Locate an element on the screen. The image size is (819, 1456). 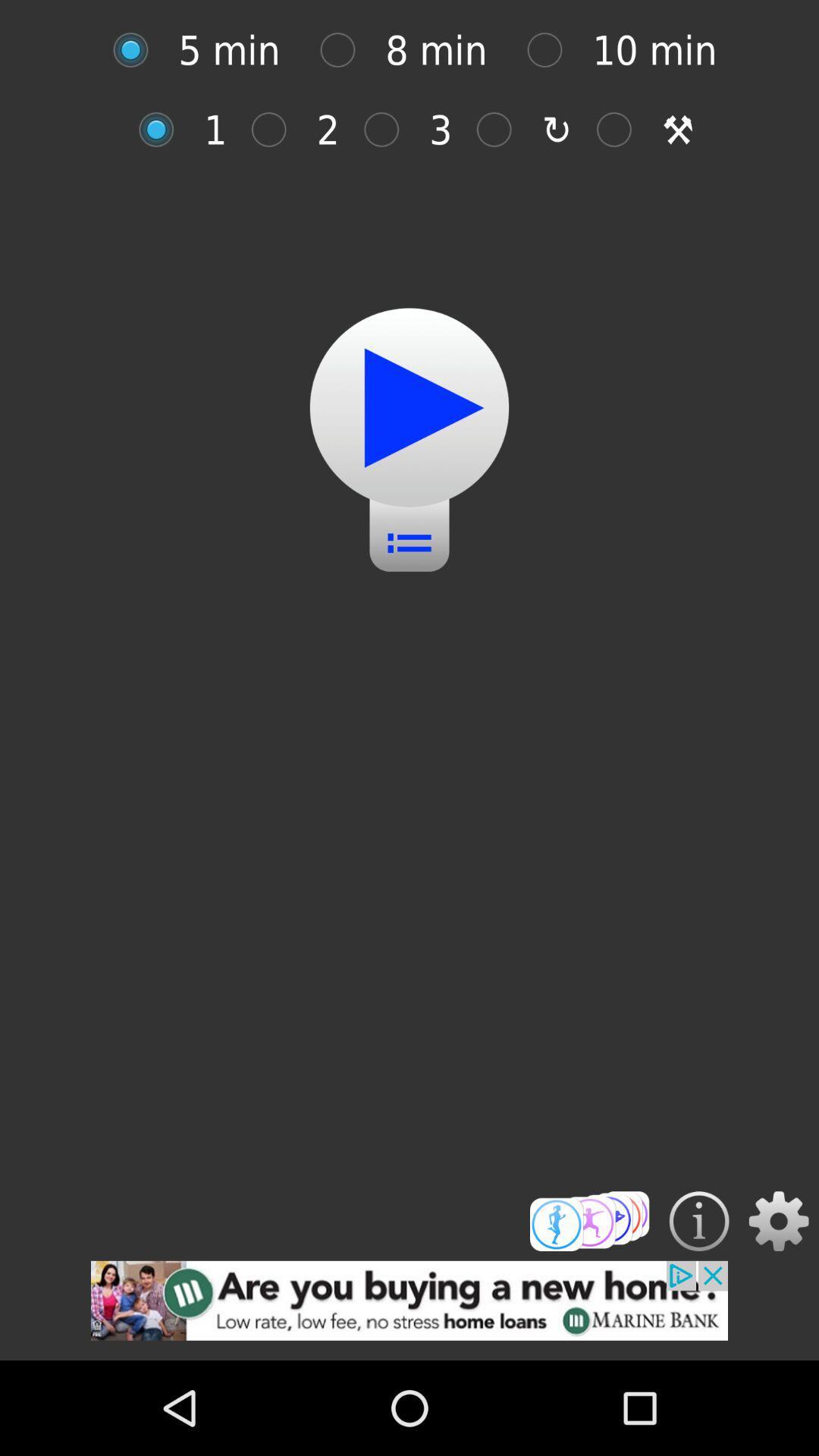
add is located at coordinates (409, 1310).